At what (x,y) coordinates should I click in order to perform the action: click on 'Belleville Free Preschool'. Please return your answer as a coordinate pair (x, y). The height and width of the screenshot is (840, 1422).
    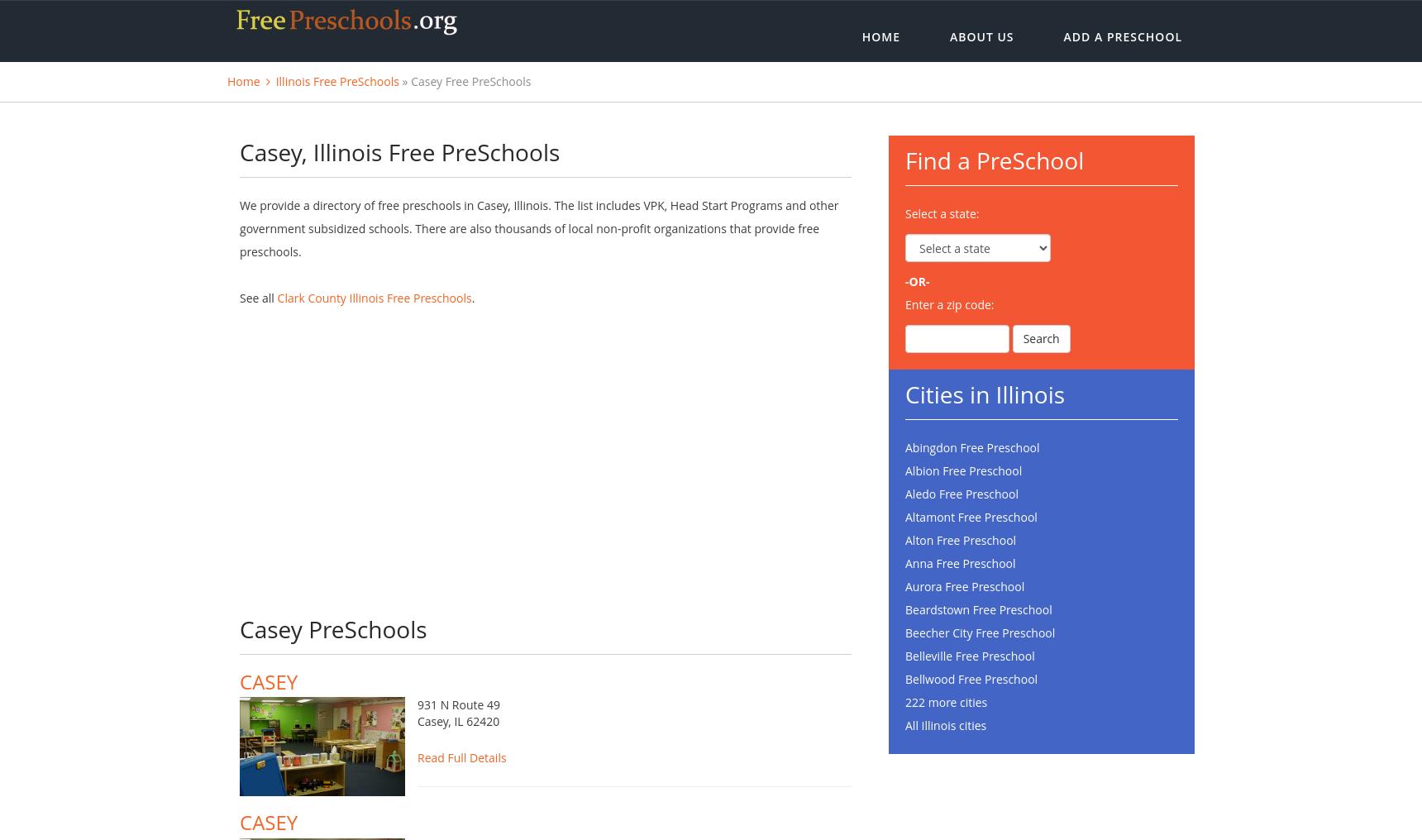
    Looking at the image, I should click on (969, 673).